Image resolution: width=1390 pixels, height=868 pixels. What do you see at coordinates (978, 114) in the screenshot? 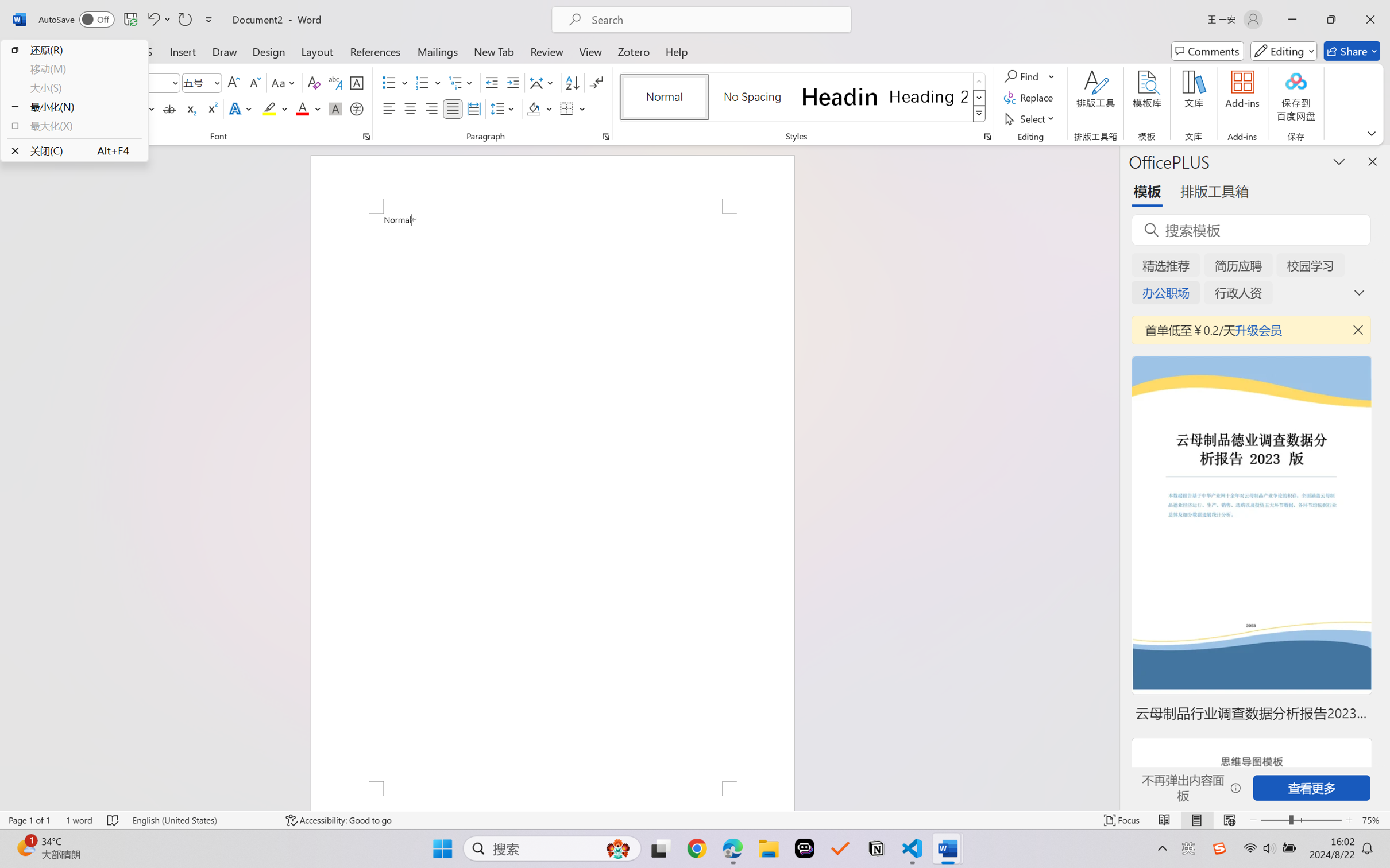
I see `'Styles'` at bounding box center [978, 114].